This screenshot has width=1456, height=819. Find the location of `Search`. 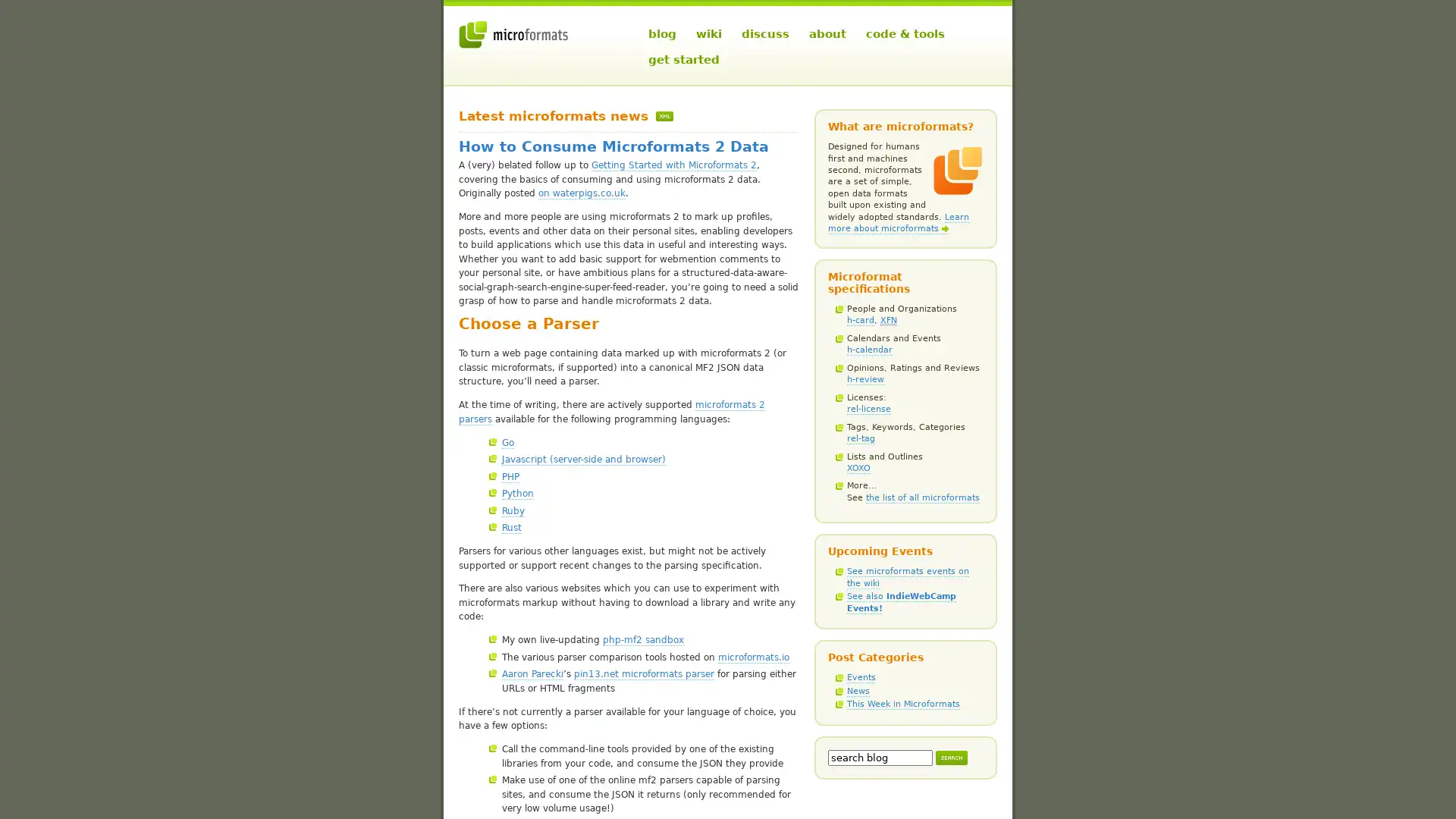

Search is located at coordinates (950, 757).